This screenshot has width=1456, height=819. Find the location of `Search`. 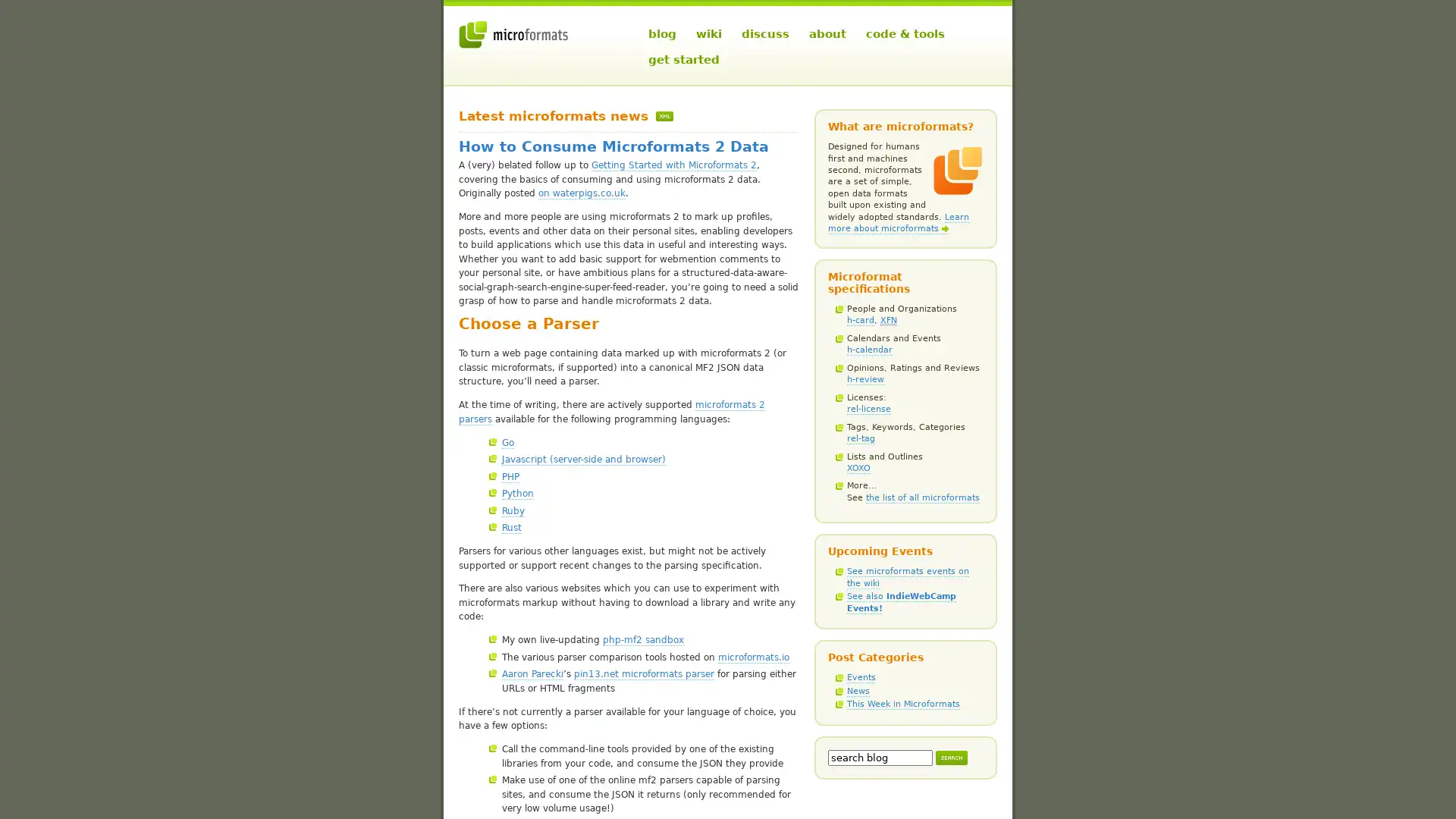

Search is located at coordinates (950, 757).